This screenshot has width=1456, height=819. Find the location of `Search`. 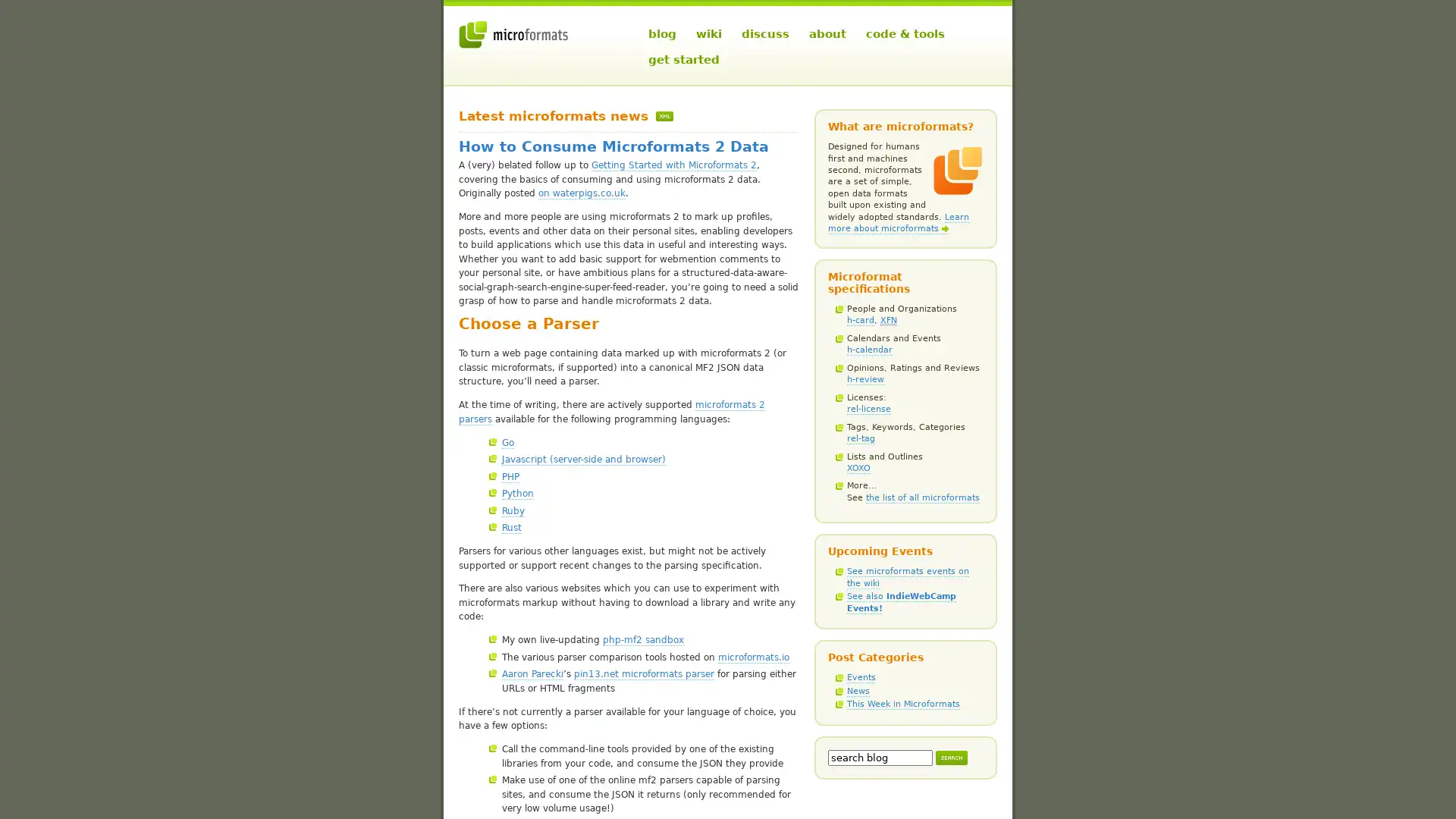

Search is located at coordinates (950, 757).